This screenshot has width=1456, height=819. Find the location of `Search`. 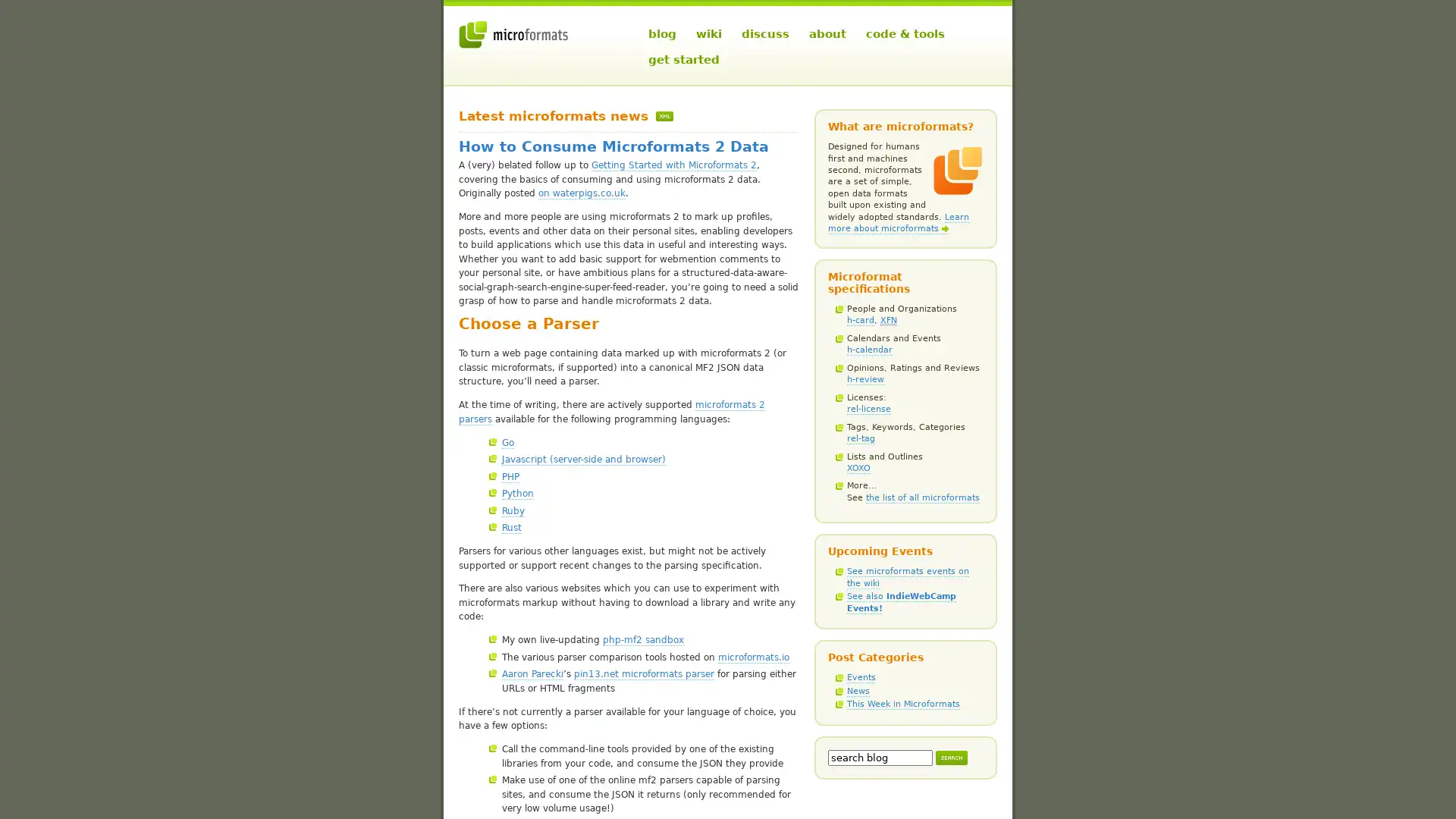

Search is located at coordinates (950, 757).